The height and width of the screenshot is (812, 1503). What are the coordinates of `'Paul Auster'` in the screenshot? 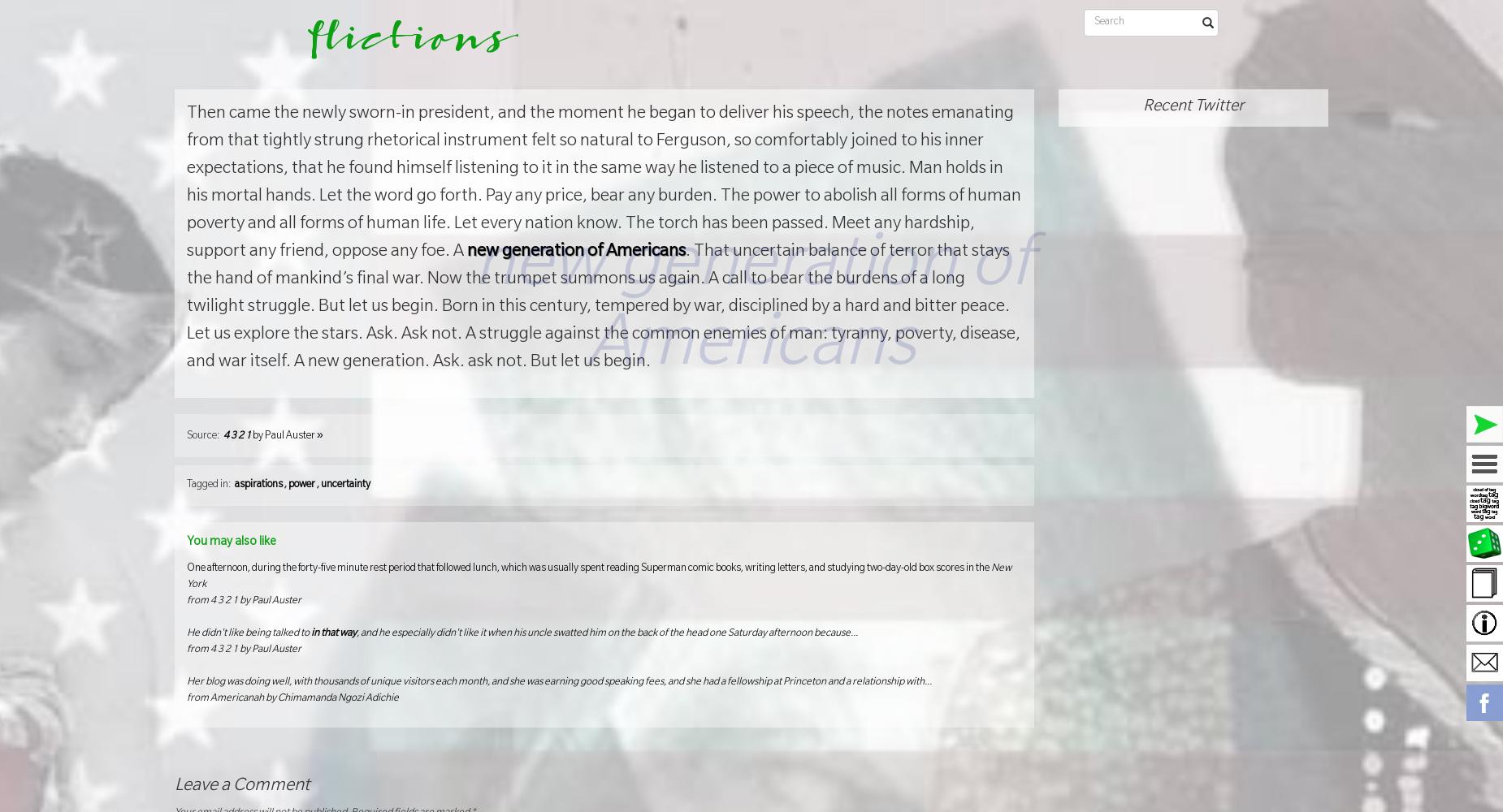 It's located at (289, 436).